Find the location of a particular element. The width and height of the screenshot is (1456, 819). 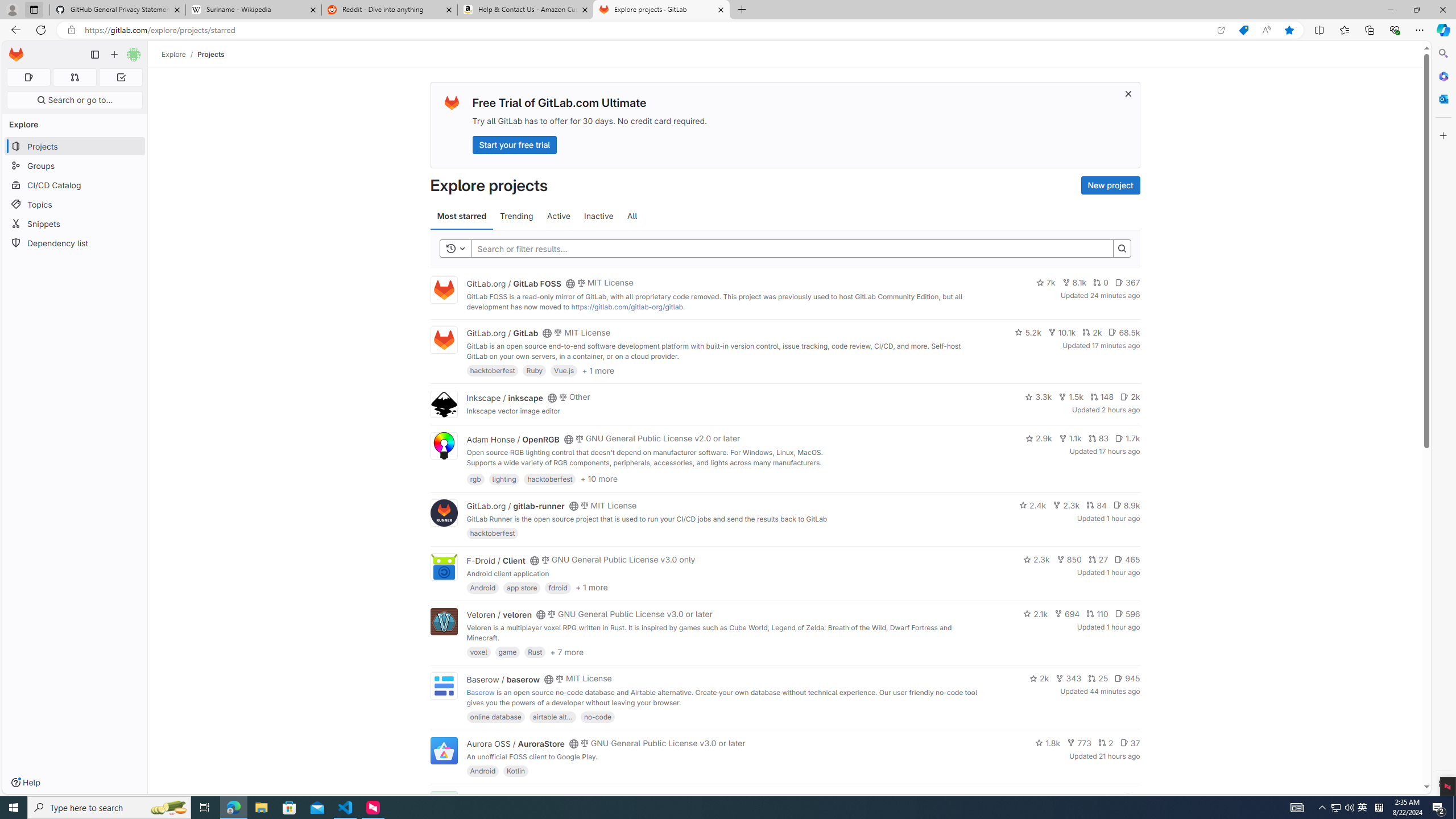

'Snippets' is located at coordinates (74, 223).